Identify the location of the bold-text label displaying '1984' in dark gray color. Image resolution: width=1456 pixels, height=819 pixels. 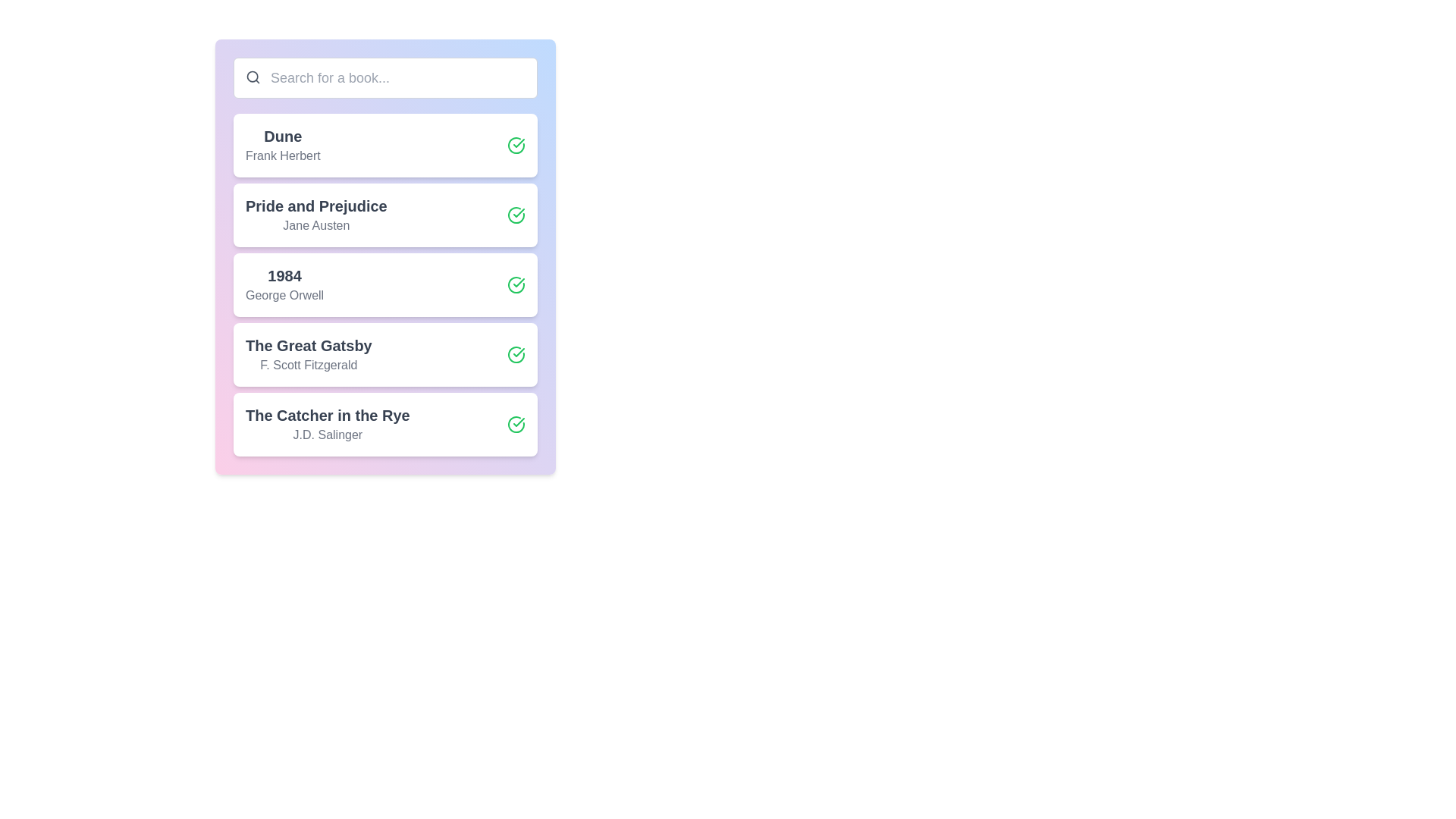
(284, 275).